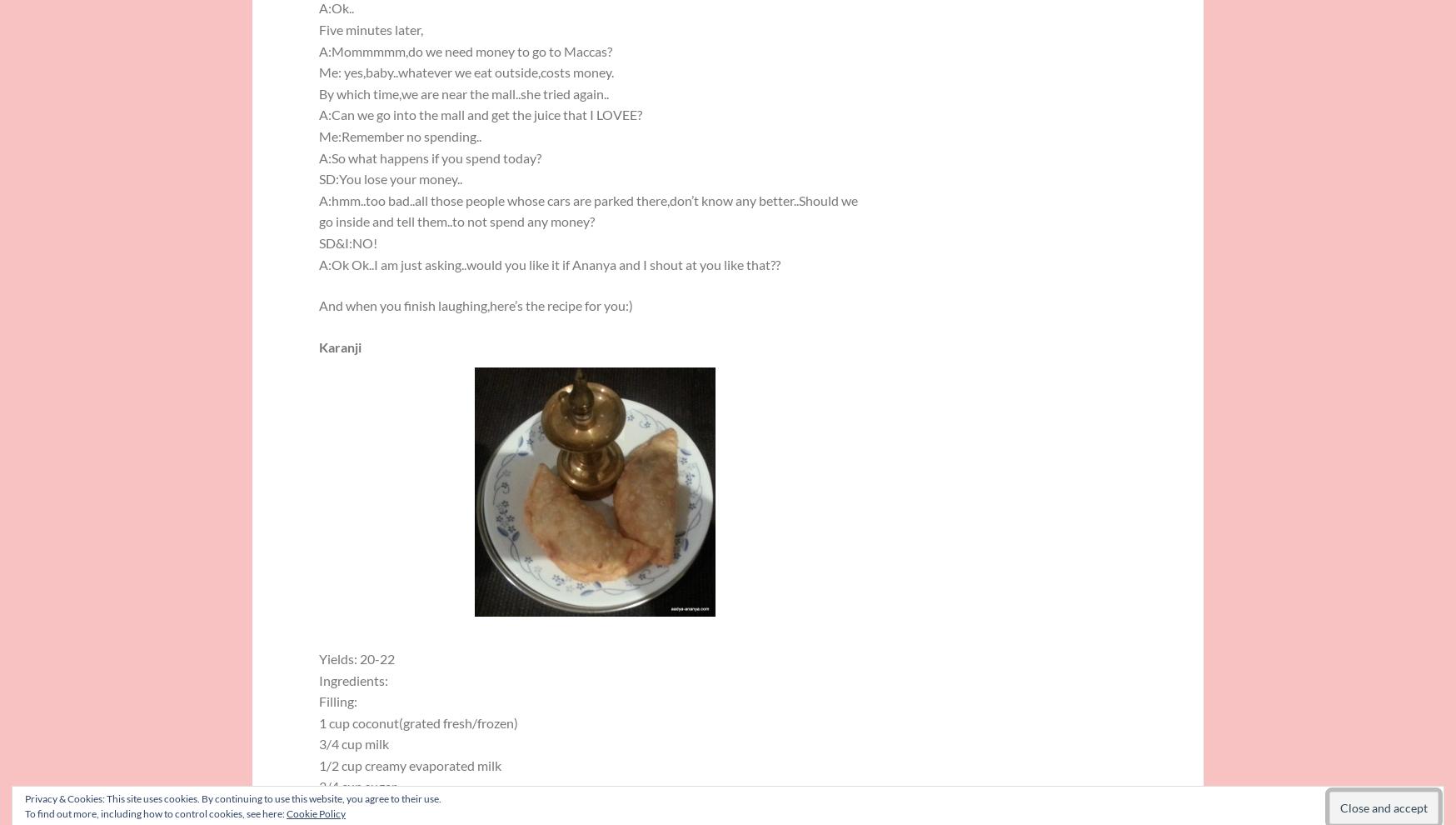 The width and height of the screenshot is (1456, 825). What do you see at coordinates (318, 157) in the screenshot?
I see `'A:So what happens if you spend today?'` at bounding box center [318, 157].